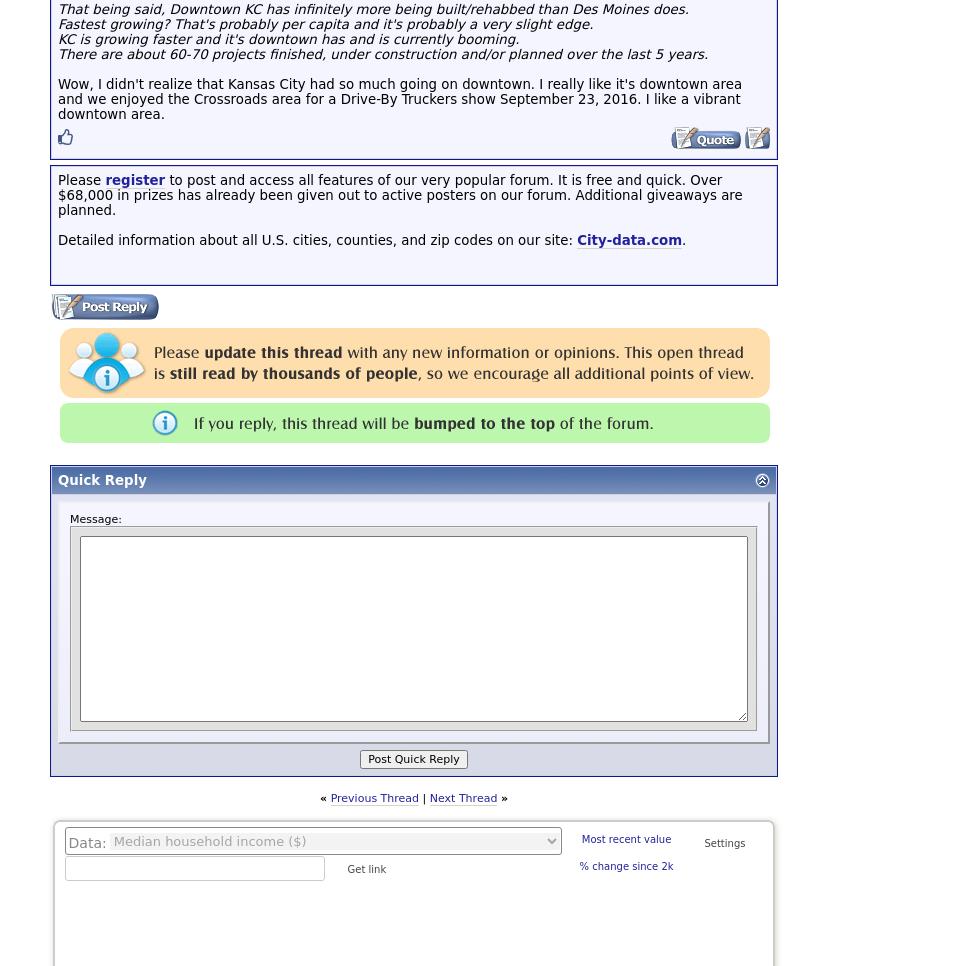 The image size is (953, 966). What do you see at coordinates (104, 179) in the screenshot?
I see `'register'` at bounding box center [104, 179].